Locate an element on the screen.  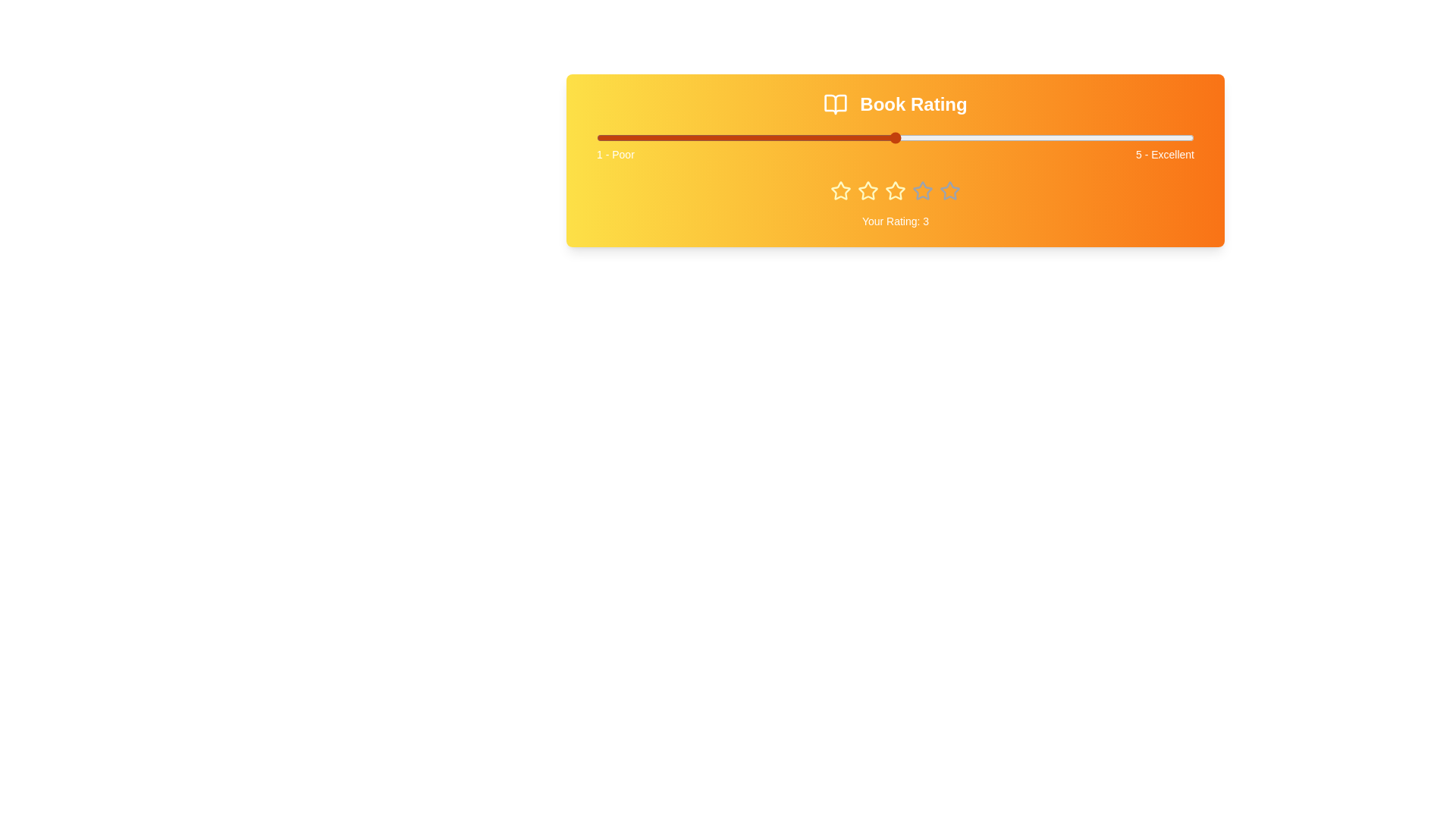
text from the label displaying '1 - Poor', which is styled in white on a yellow-to-orange gradient background, located at the top-left of the interface is located at coordinates (615, 155).